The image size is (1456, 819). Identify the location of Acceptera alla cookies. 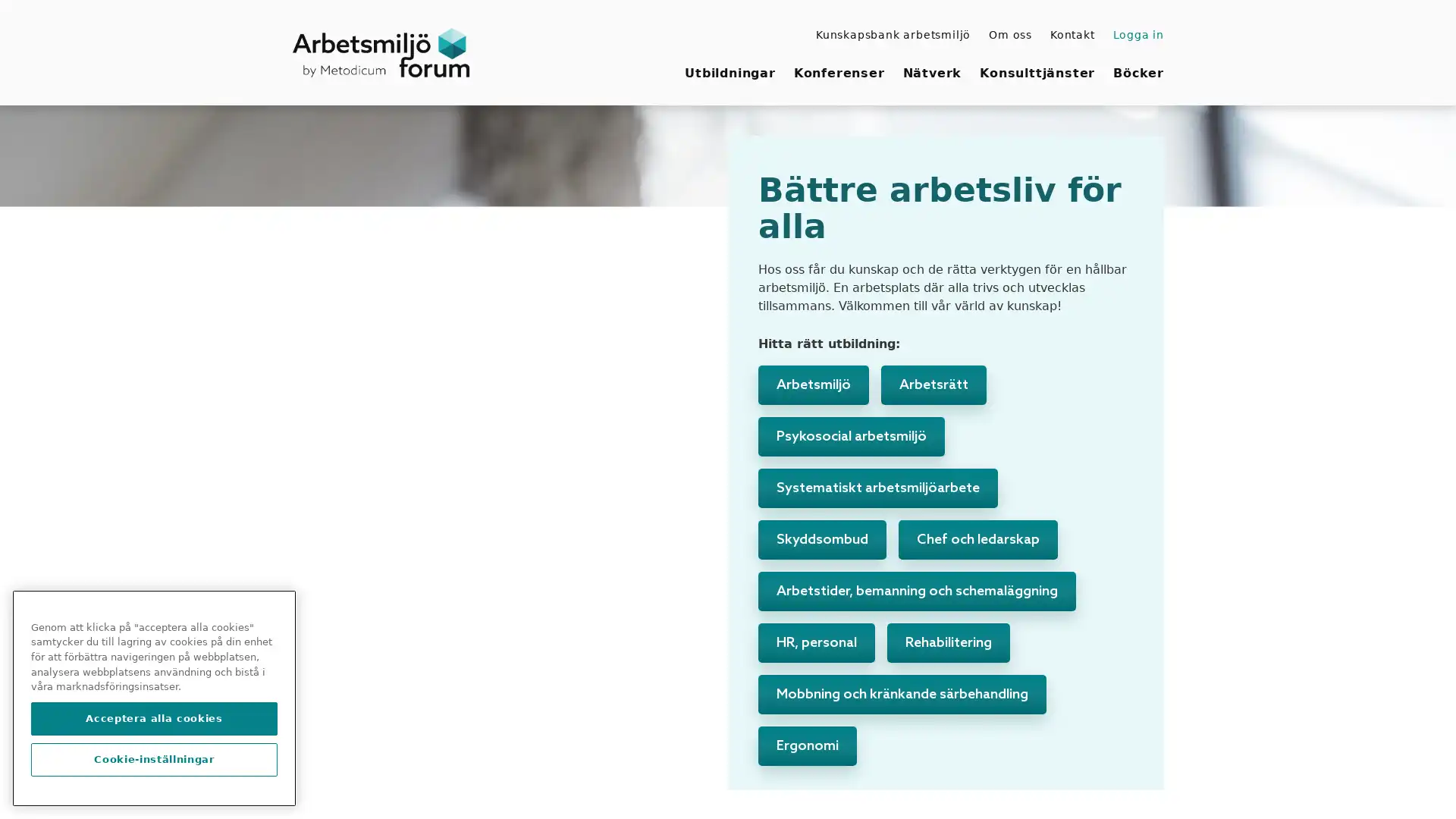
(154, 718).